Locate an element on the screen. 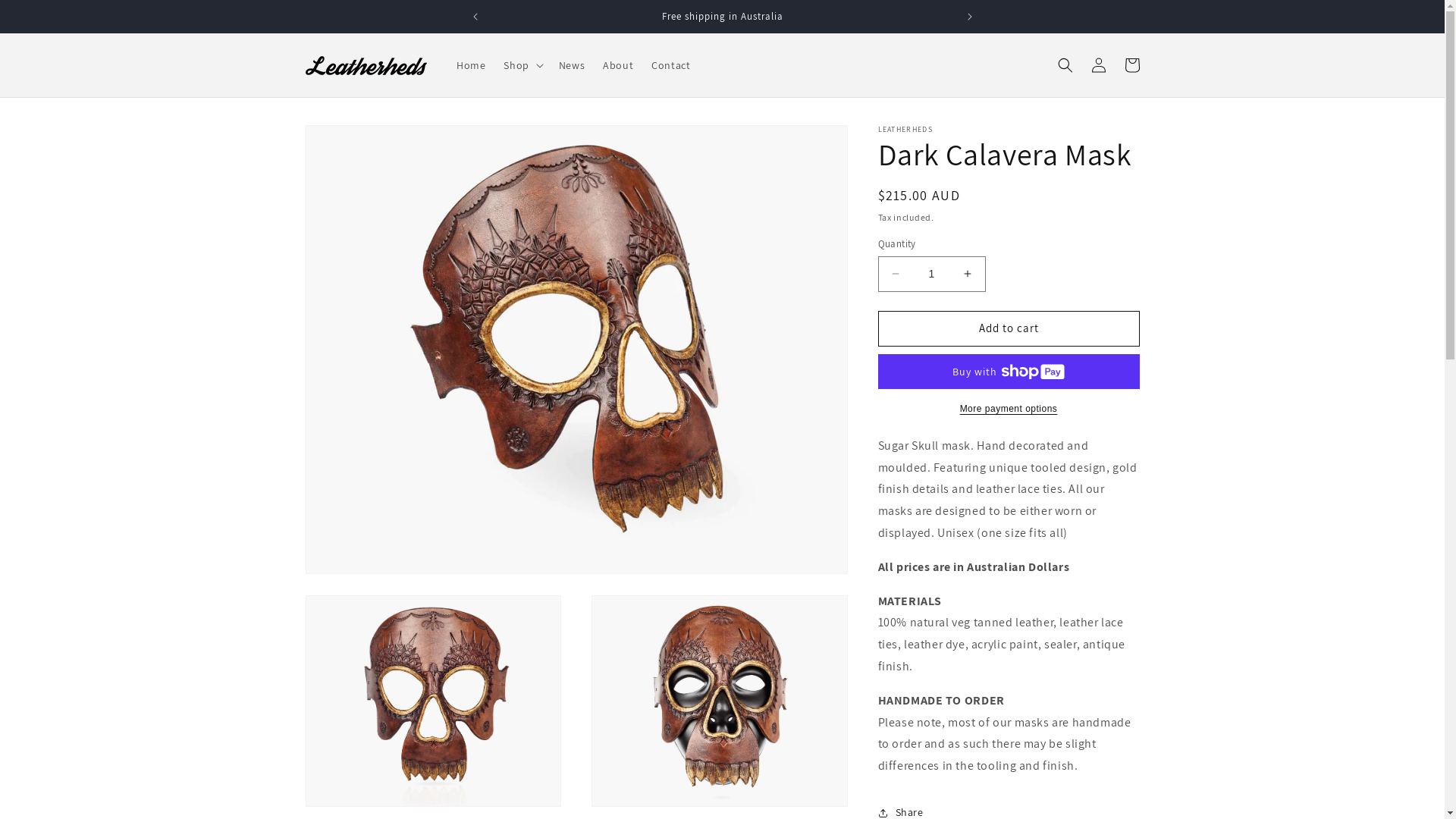 This screenshot has width=1456, height=819. 'Home' is located at coordinates (469, 64).